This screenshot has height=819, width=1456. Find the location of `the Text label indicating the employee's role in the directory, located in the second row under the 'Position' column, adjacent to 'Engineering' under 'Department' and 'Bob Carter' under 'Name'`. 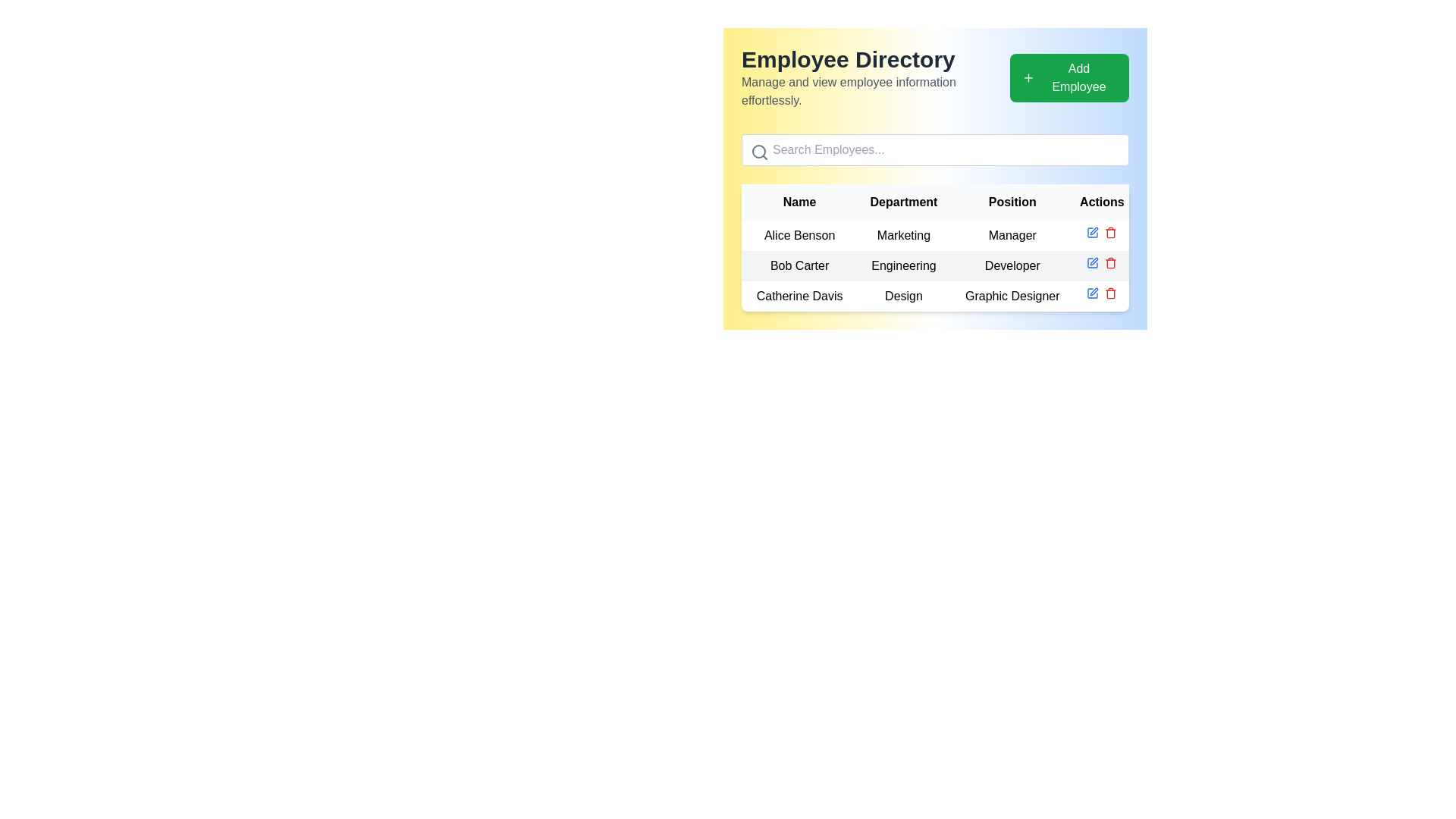

the Text label indicating the employee's role in the directory, located in the second row under the 'Position' column, adjacent to 'Engineering' under 'Department' and 'Bob Carter' under 'Name' is located at coordinates (1012, 265).